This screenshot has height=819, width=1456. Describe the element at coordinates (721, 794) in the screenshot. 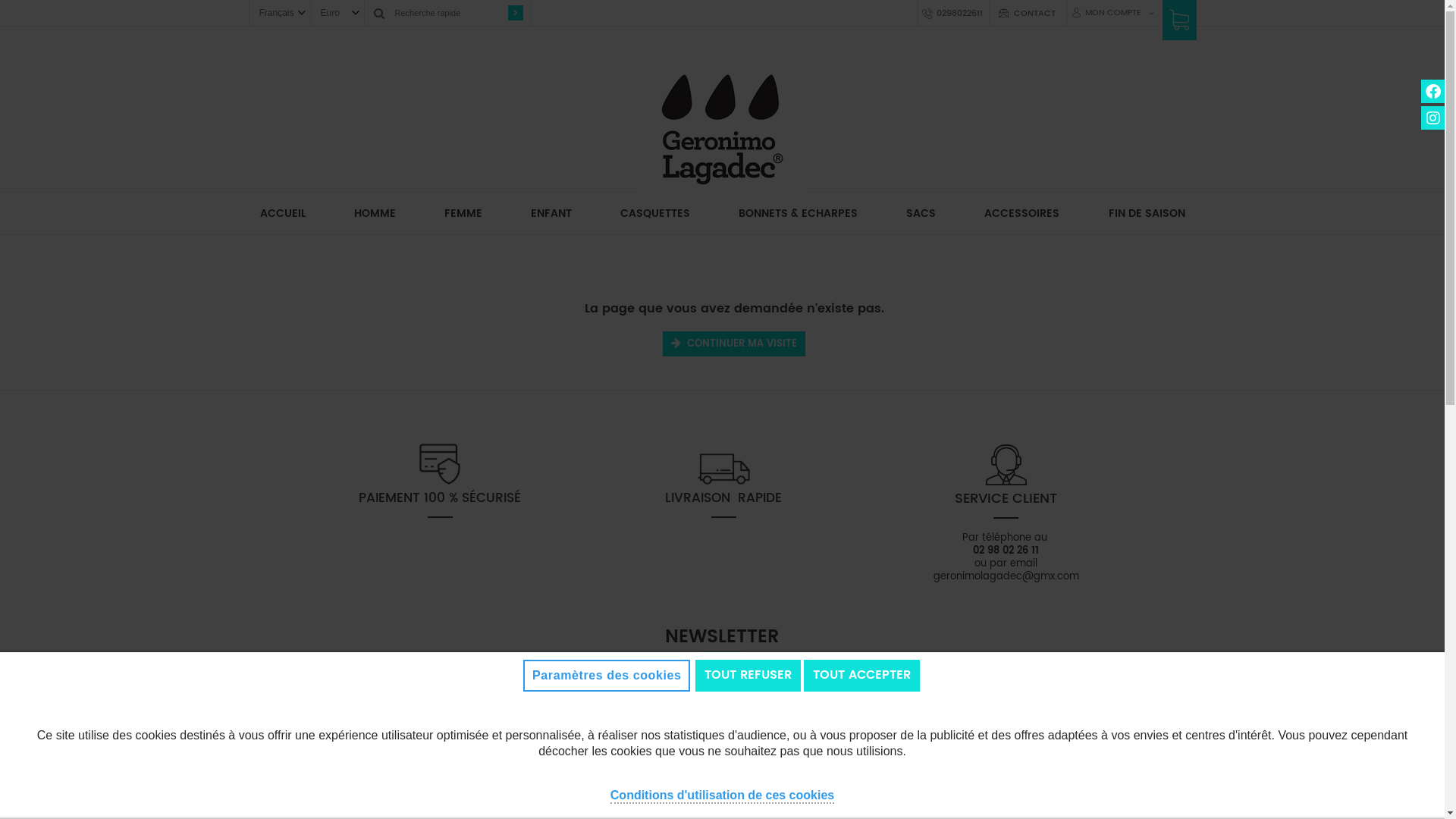

I see `'Conditions d'utilisation de ces cookies'` at that location.